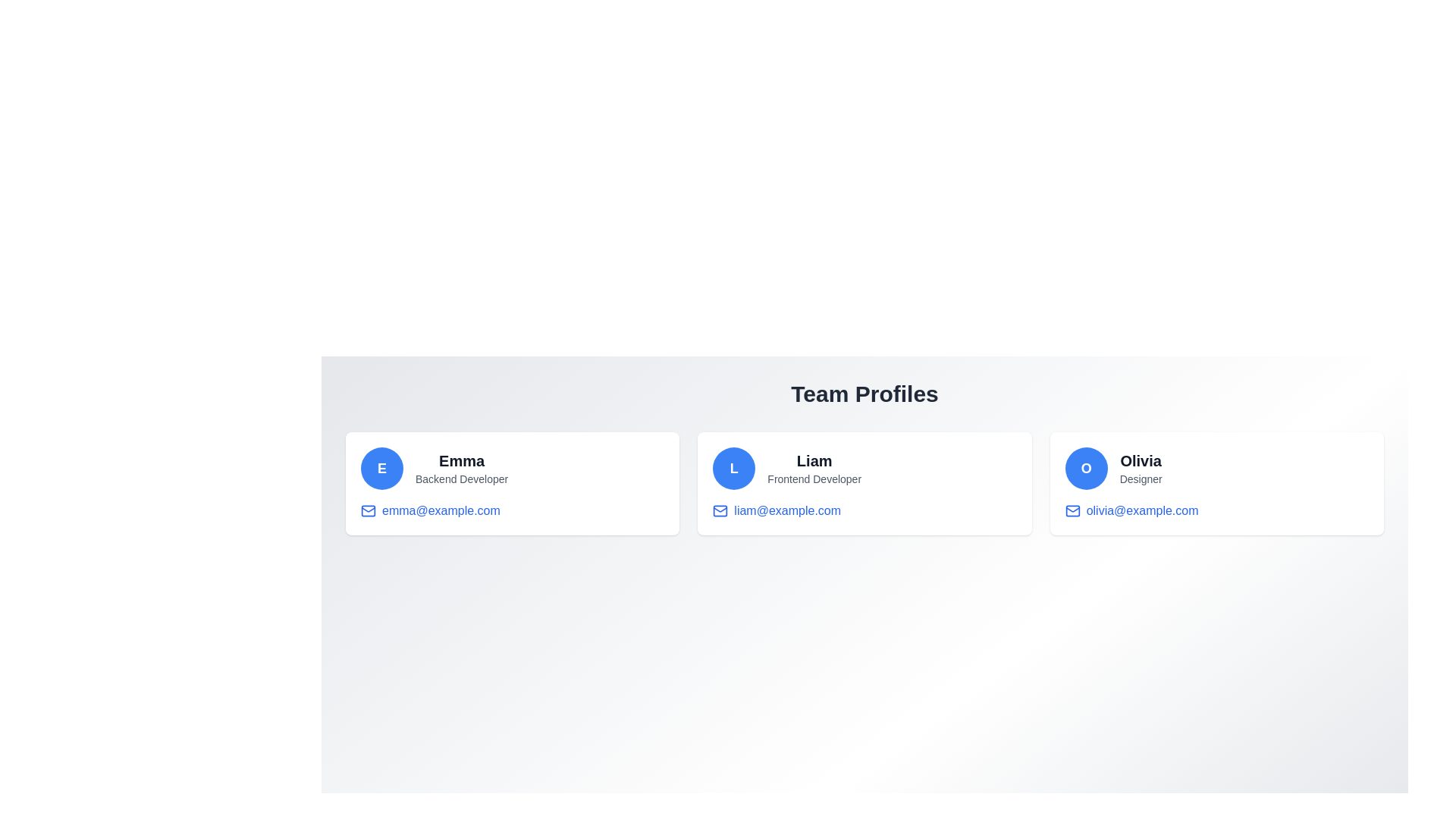 Image resolution: width=1456 pixels, height=819 pixels. I want to click on the text block displaying 'Olivia' and 'Designer', which is located in the rightmost card of a three-card layout, positioned above an email address link and to the right of a circular profile picture icon, so click(1141, 467).